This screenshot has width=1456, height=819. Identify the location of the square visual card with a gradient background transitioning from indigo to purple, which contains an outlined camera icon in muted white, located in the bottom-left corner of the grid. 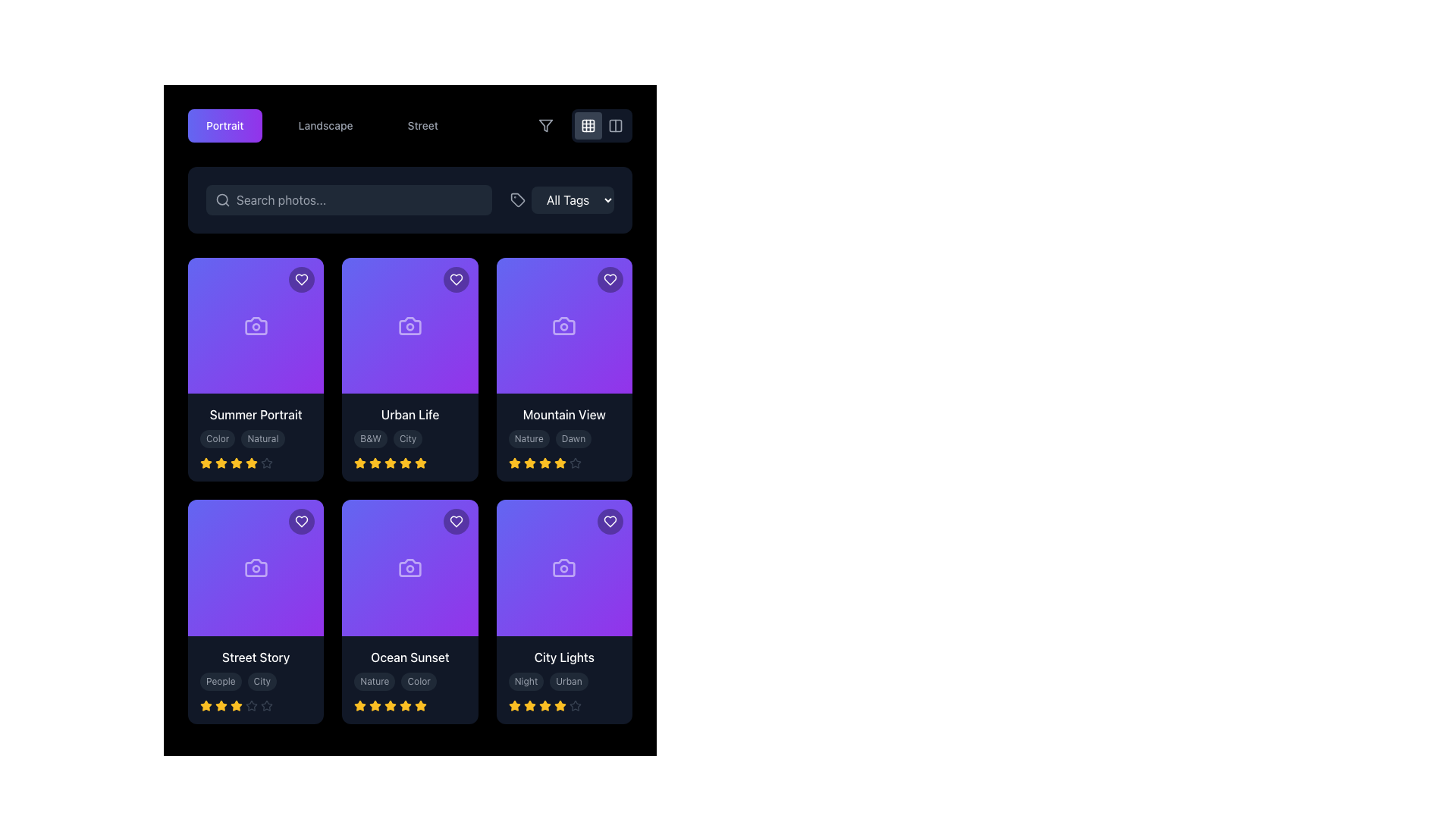
(256, 567).